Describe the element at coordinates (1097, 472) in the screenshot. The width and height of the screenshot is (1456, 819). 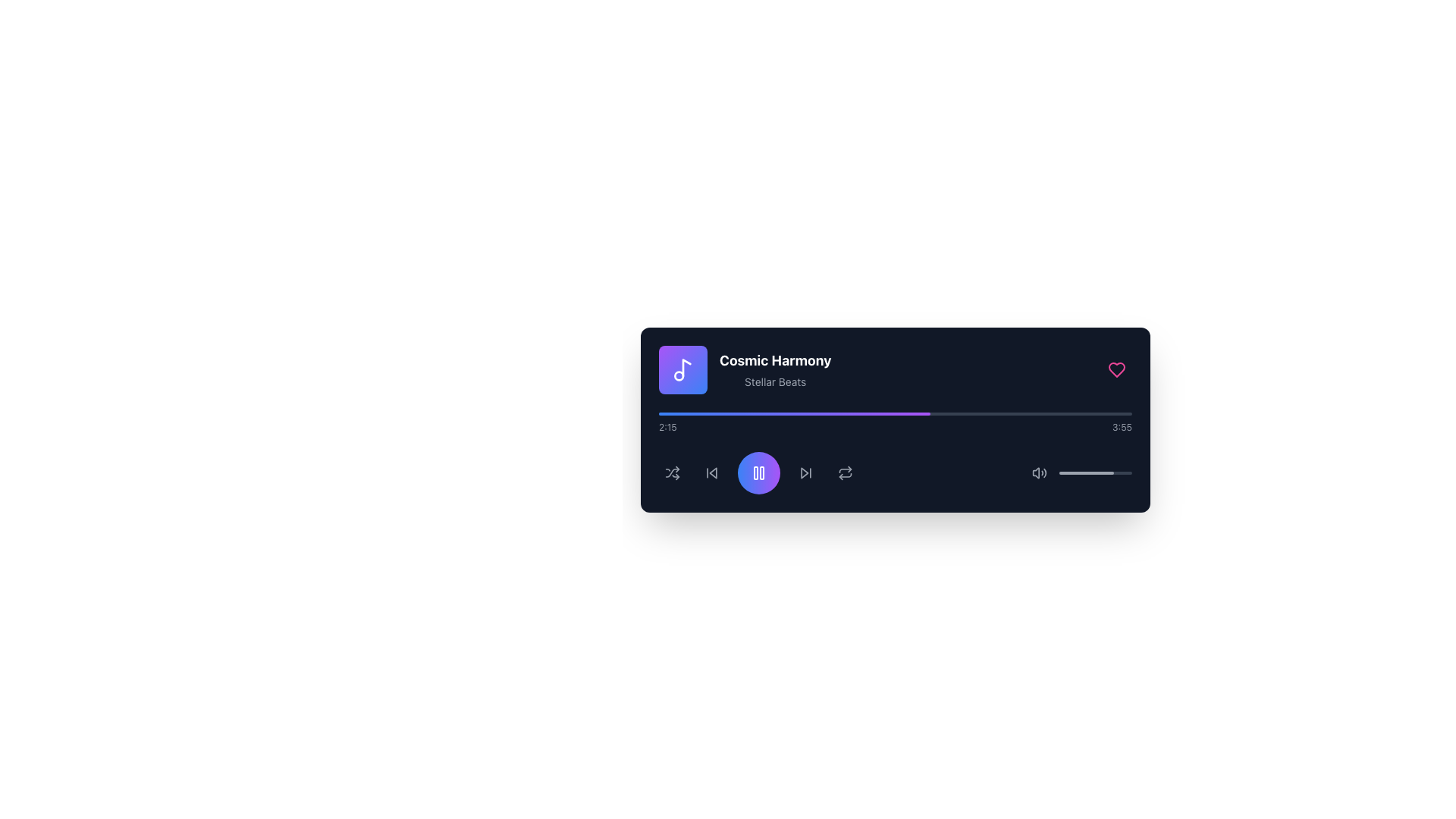
I see `the volume slider` at that location.